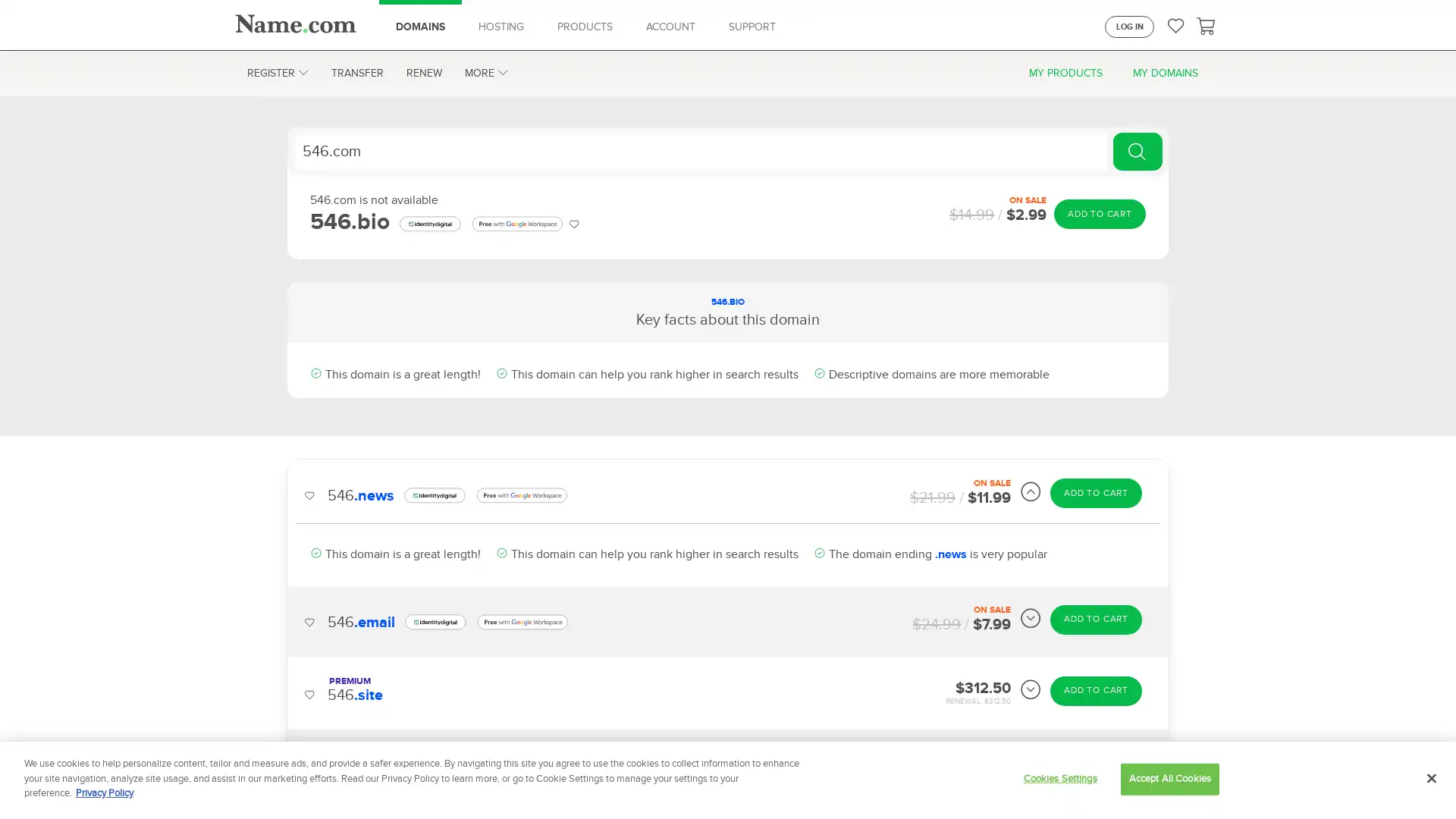 The height and width of the screenshot is (819, 1456). I want to click on ADD TO CART, so click(1096, 635).